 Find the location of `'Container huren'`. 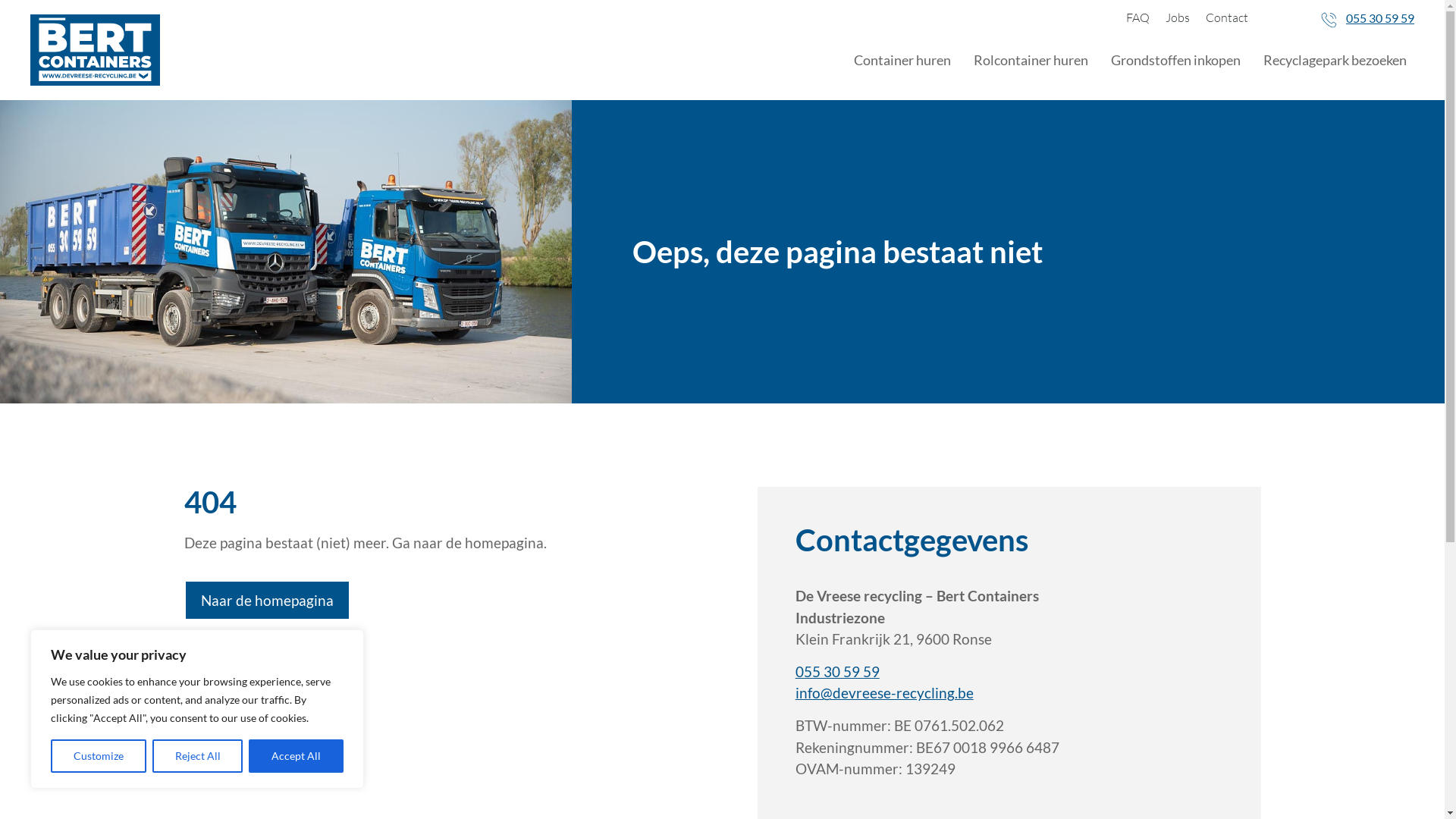

'Container huren' is located at coordinates (902, 58).